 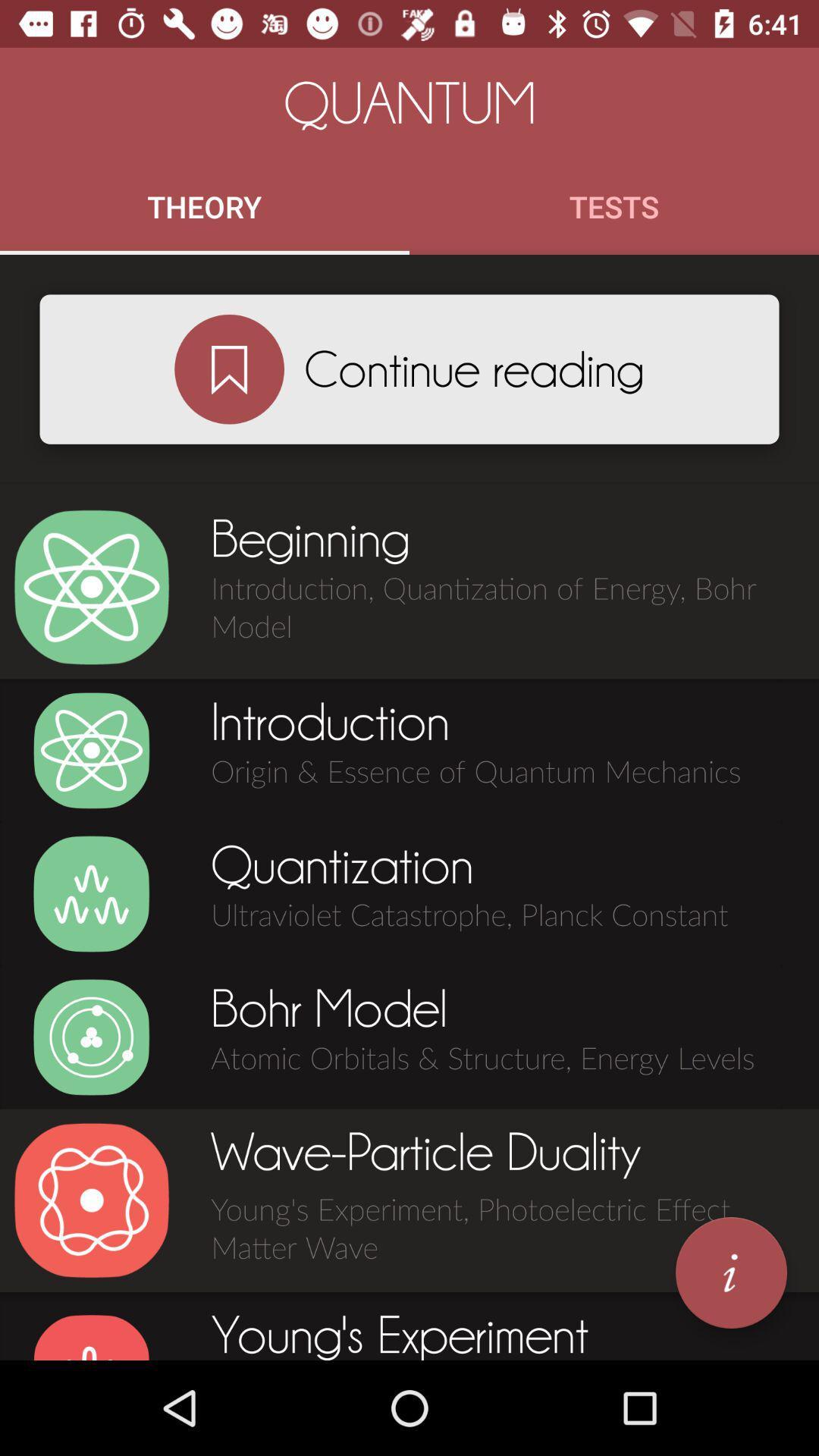 I want to click on the introduction, so click(x=91, y=750).